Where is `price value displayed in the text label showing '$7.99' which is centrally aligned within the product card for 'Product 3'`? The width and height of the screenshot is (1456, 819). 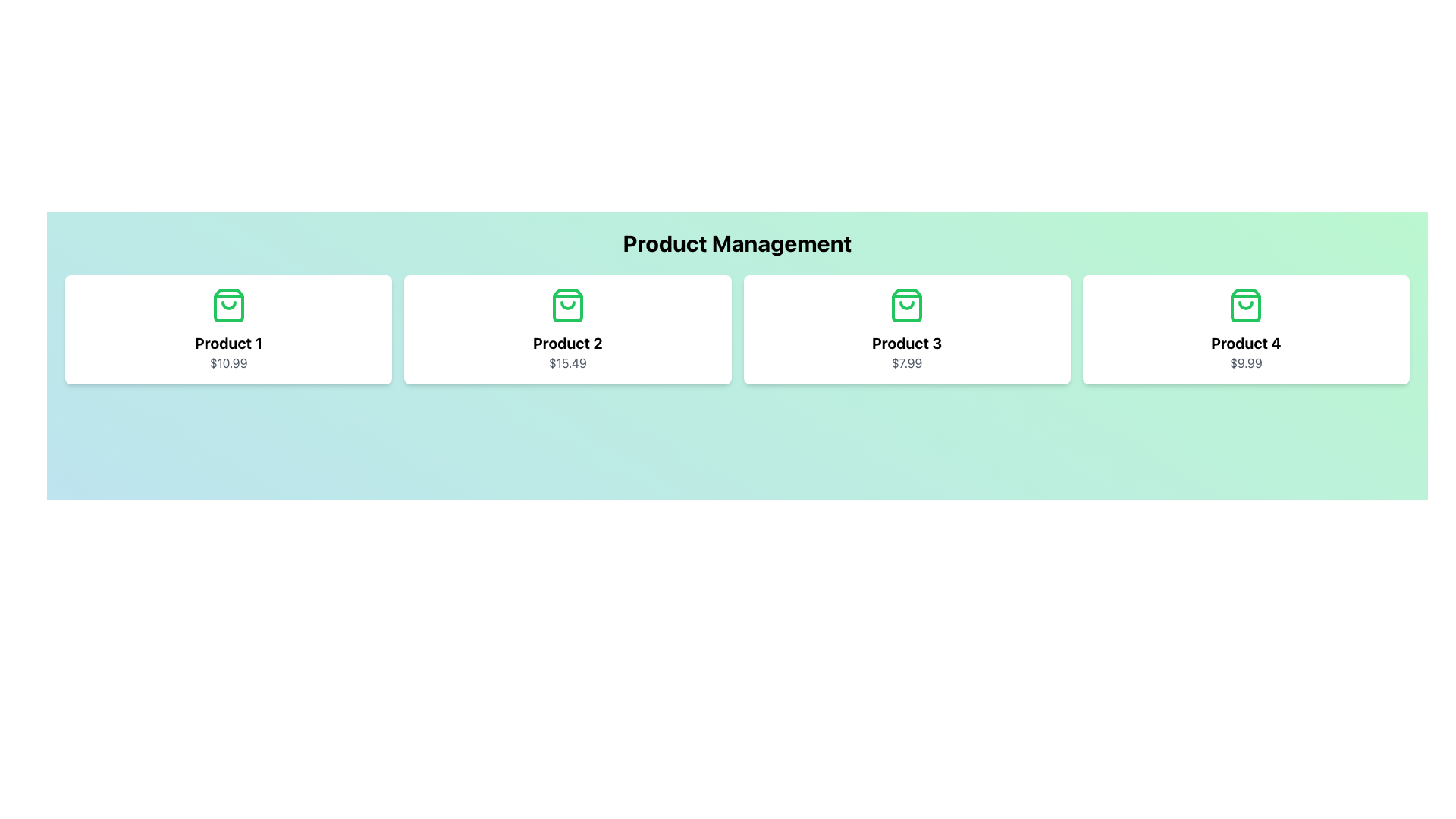 price value displayed in the text label showing '$7.99' which is centrally aligned within the product card for 'Product 3' is located at coordinates (907, 362).